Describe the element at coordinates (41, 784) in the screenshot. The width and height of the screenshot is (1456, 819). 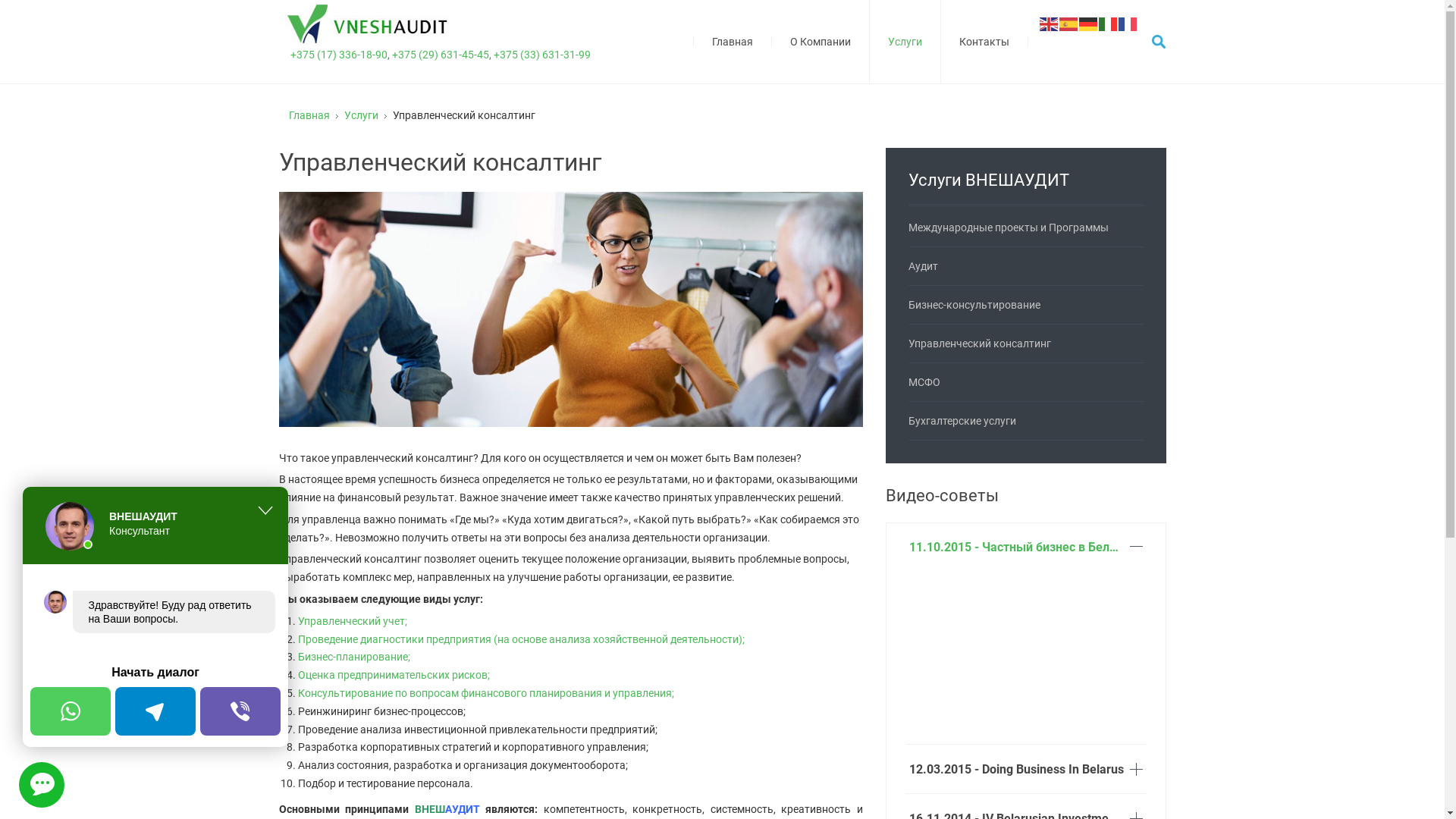
I see `' '` at that location.